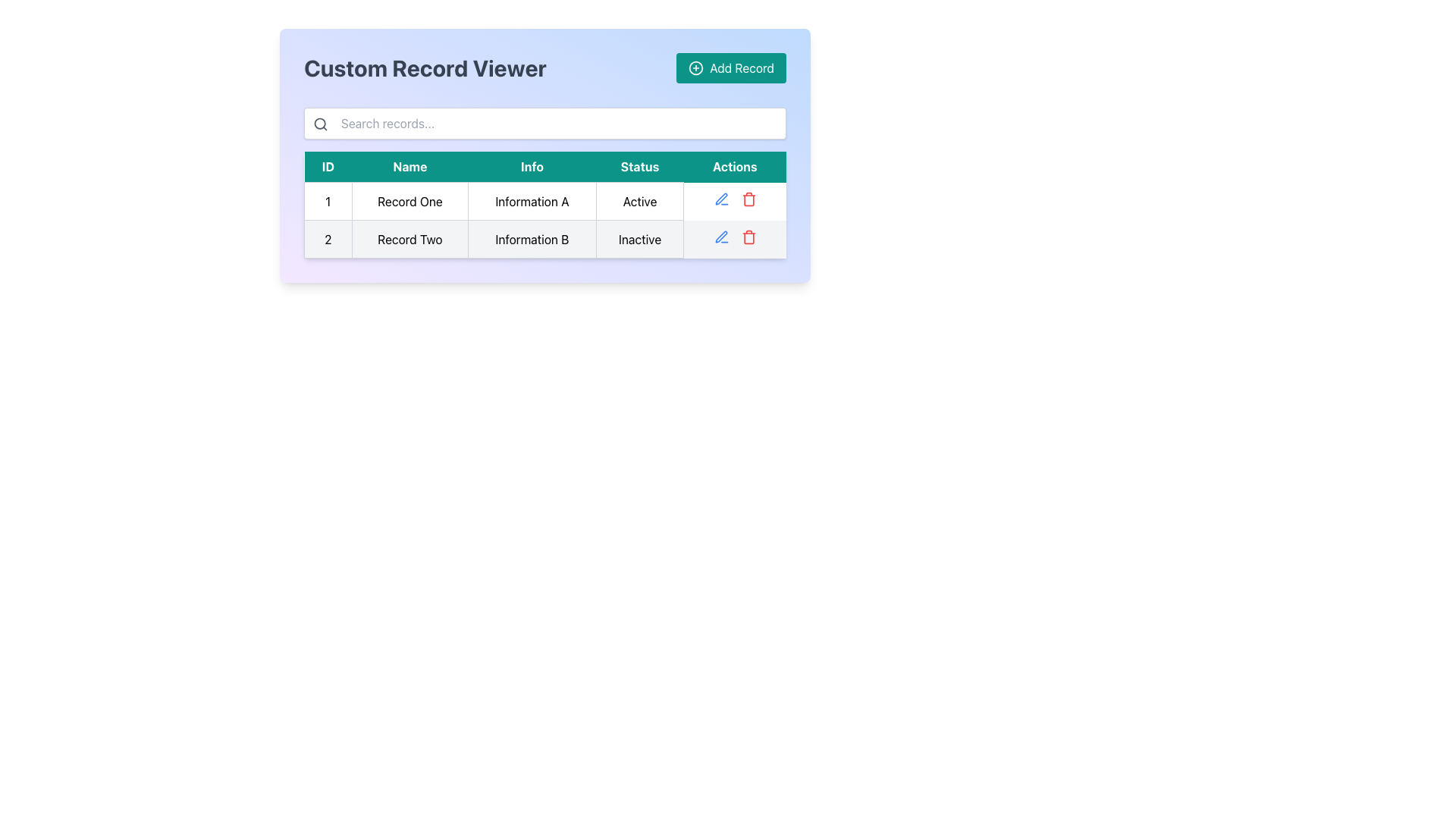 This screenshot has width=1456, height=819. Describe the element at coordinates (748, 198) in the screenshot. I see `the trash bin icon button located` at that location.